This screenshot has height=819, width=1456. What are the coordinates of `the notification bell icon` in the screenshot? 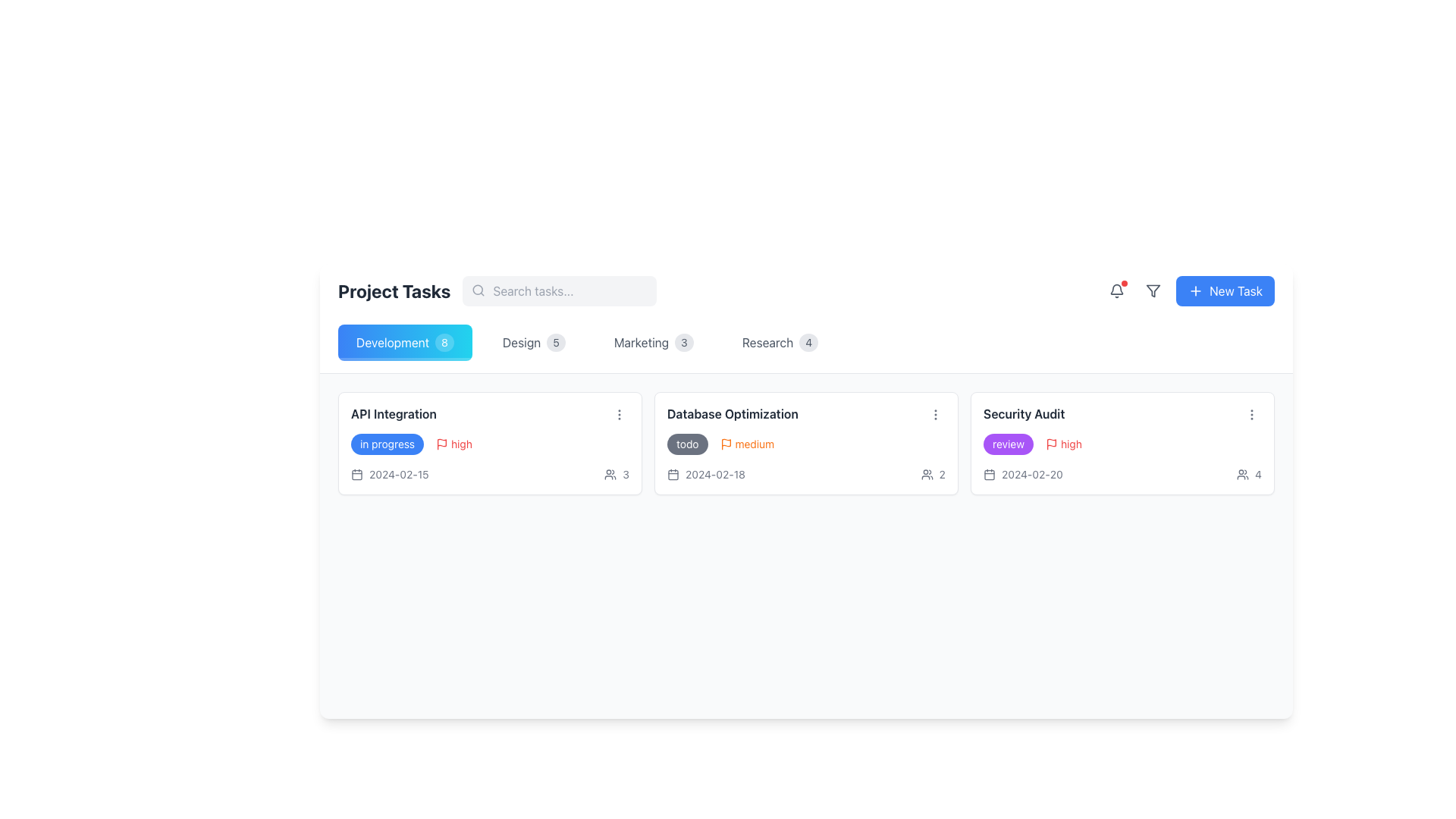 It's located at (1117, 291).